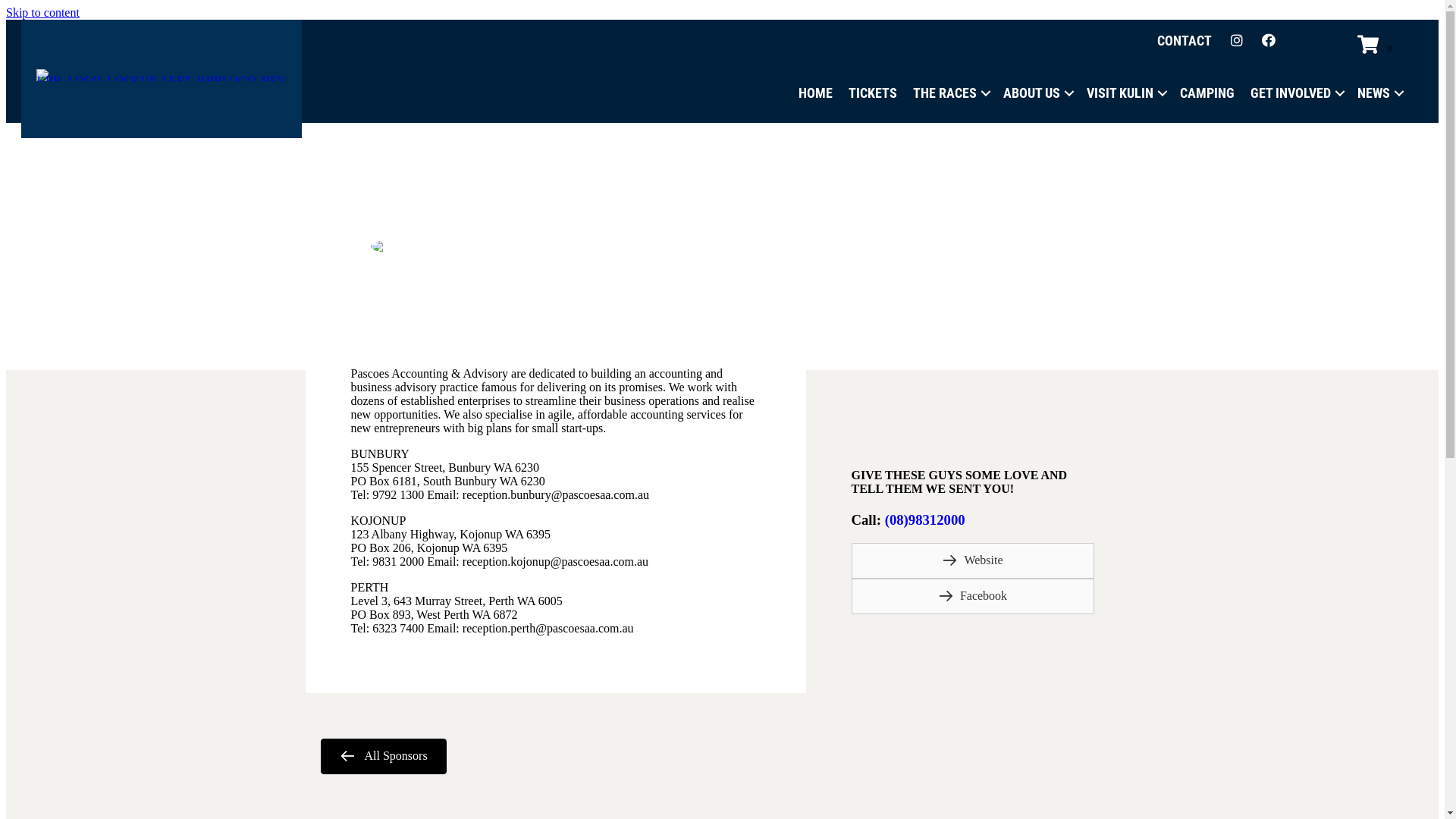 Image resolution: width=1456 pixels, height=819 pixels. Describe the element at coordinates (839, 93) in the screenshot. I see `'TICKETS'` at that location.